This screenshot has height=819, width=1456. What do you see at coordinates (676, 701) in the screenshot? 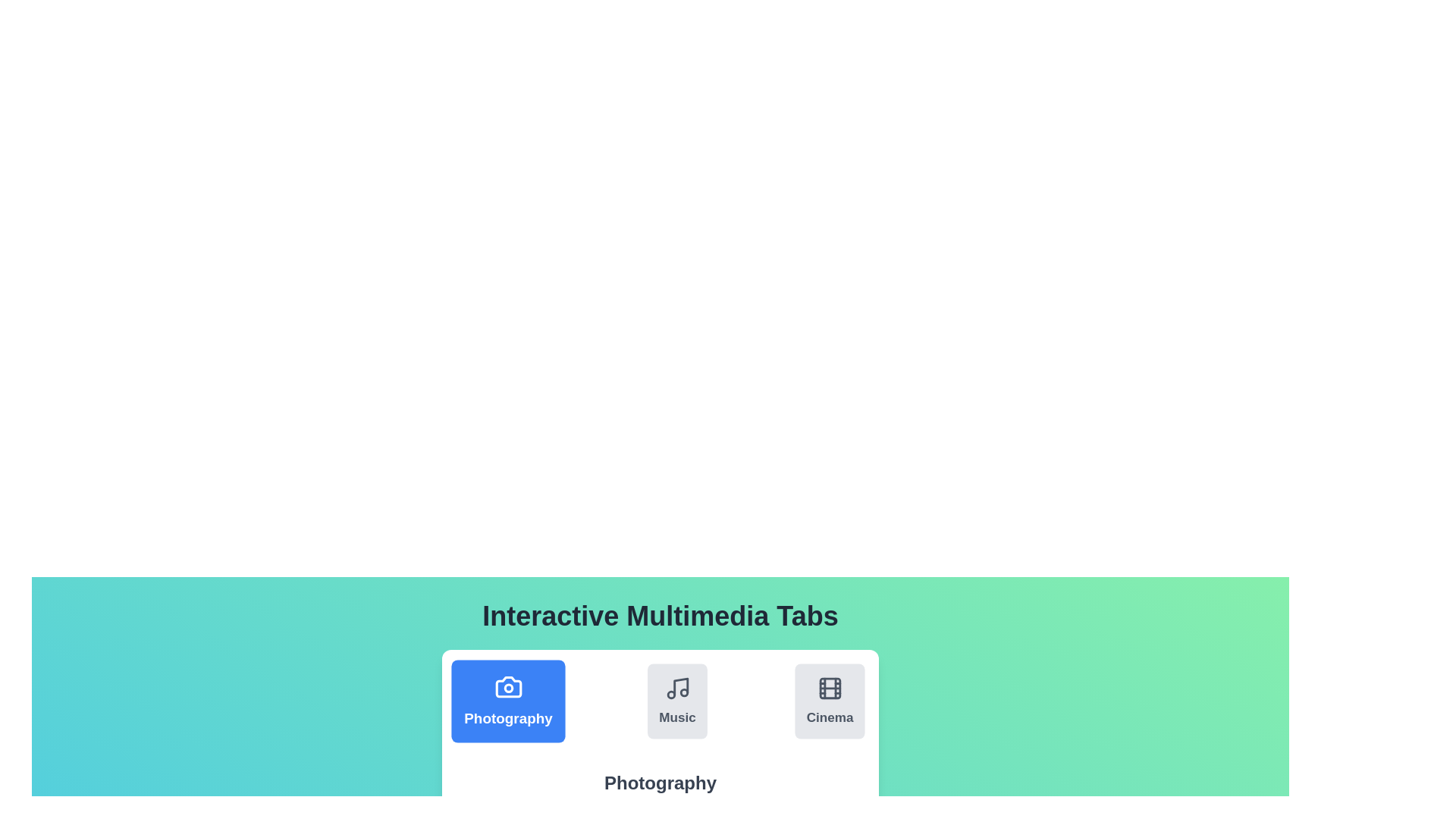
I see `the Music tab` at bounding box center [676, 701].